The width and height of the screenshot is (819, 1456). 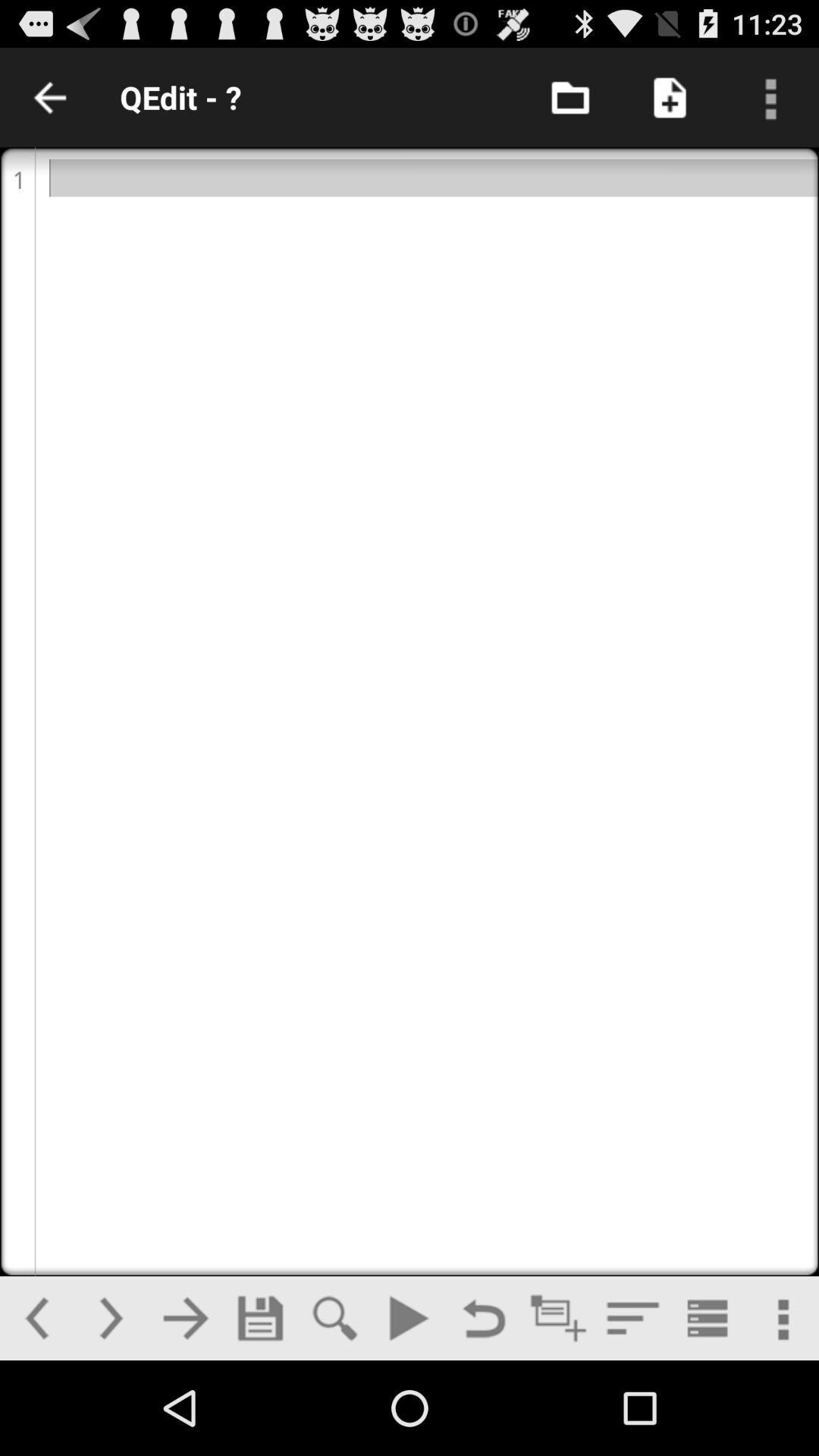 I want to click on more options button, so click(x=781, y=1317).